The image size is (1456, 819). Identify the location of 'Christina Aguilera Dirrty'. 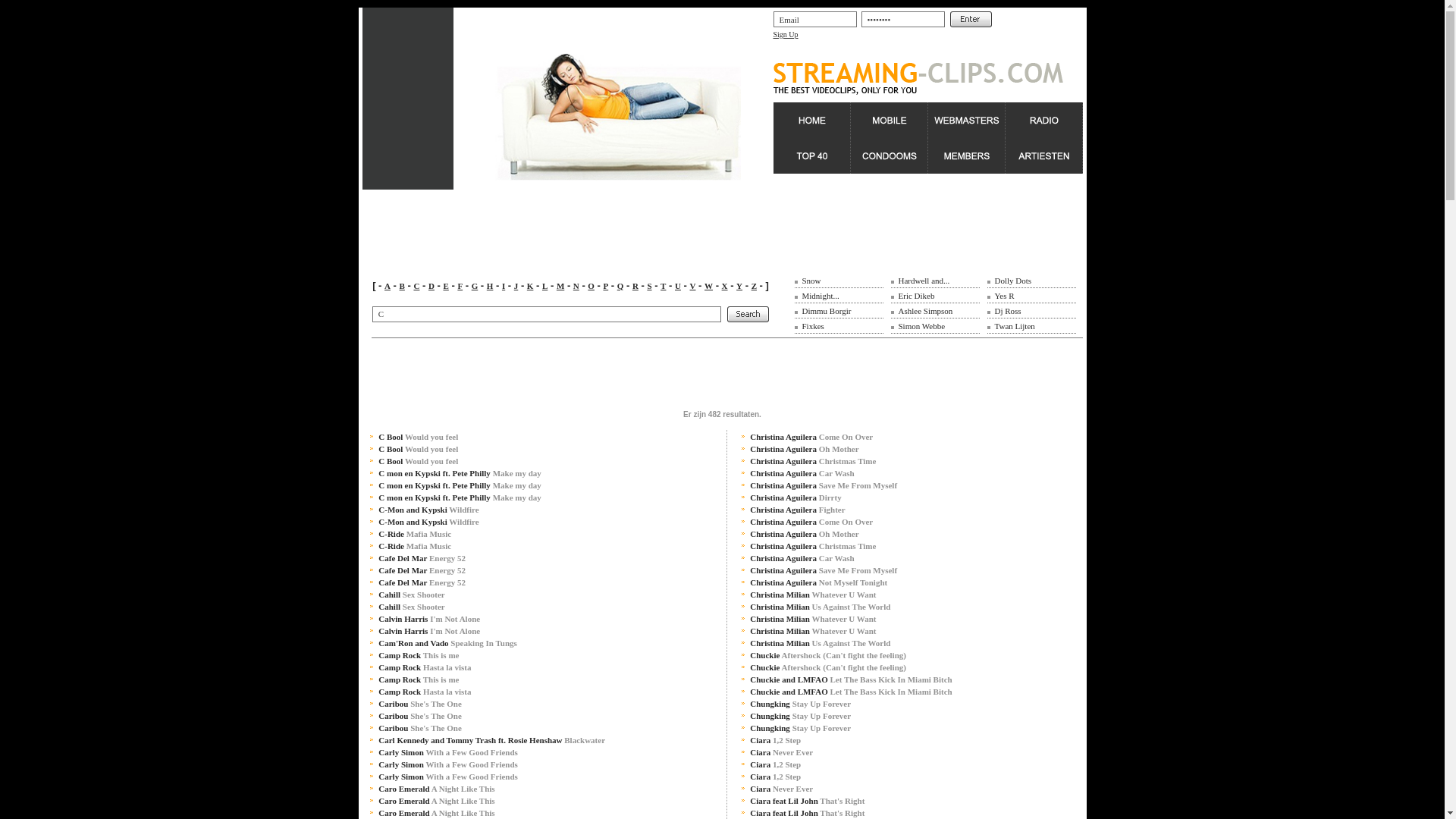
(795, 497).